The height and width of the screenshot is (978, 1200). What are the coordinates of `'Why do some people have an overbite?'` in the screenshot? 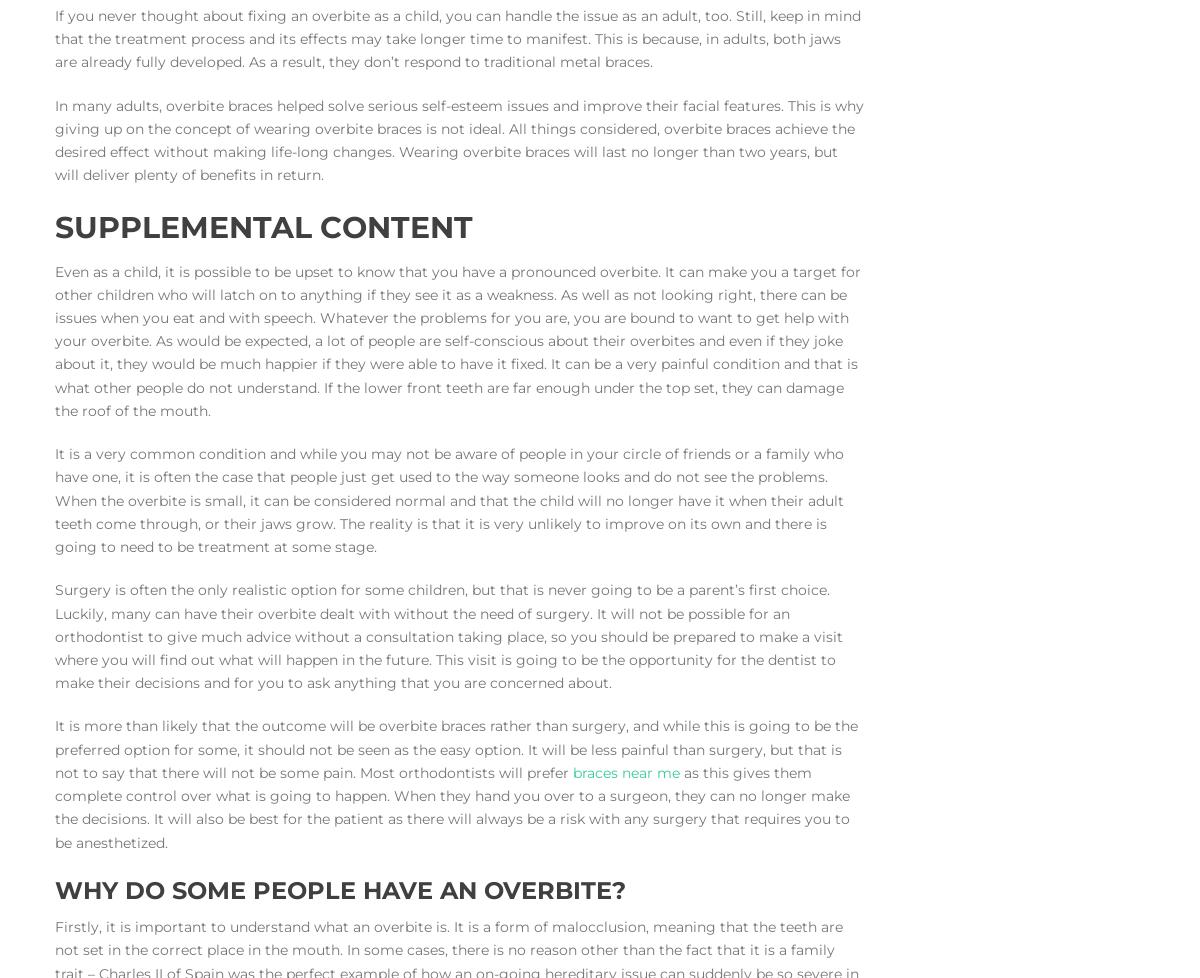 It's located at (340, 888).